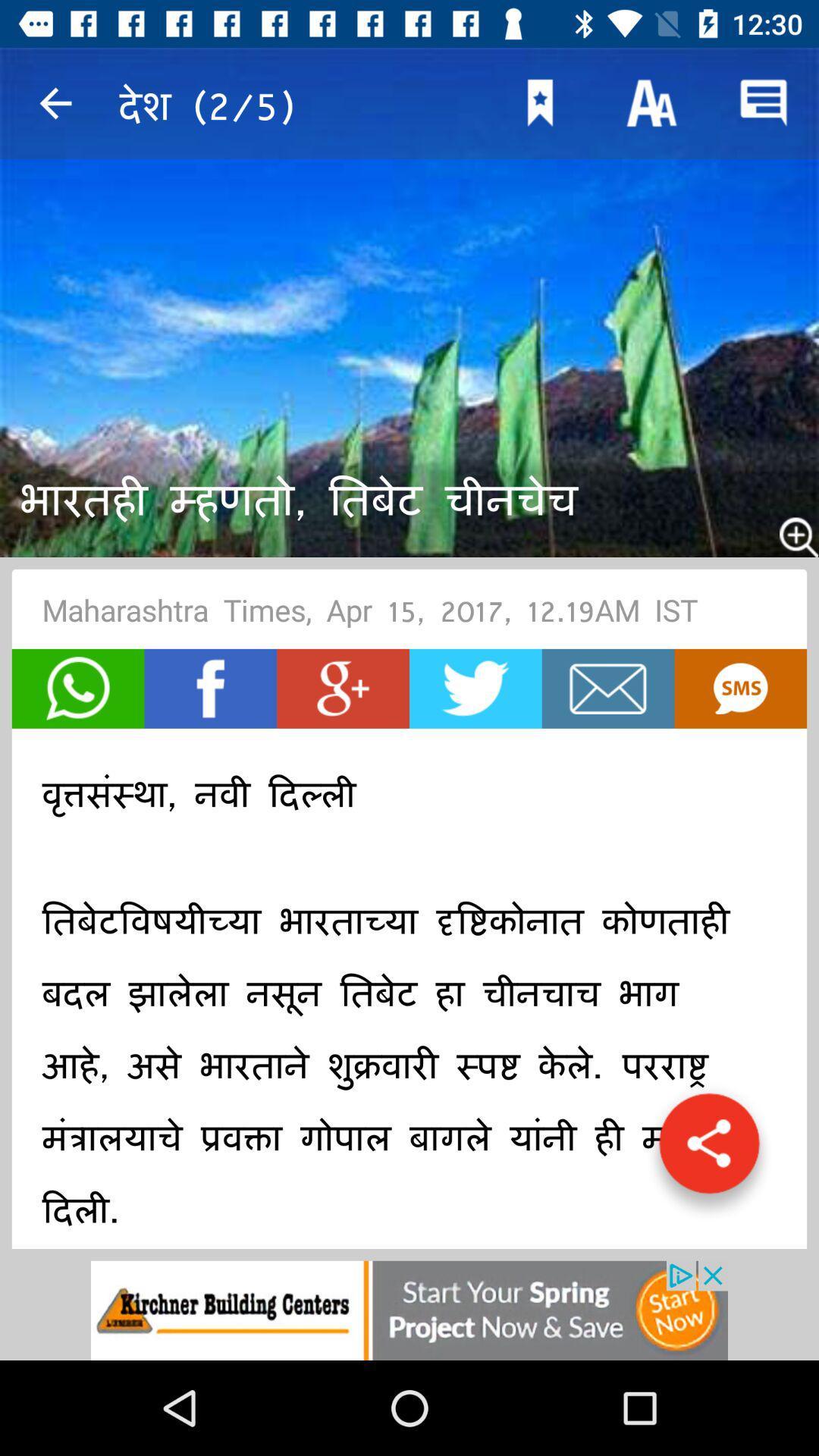 The height and width of the screenshot is (1456, 819). I want to click on go back, so click(55, 102).